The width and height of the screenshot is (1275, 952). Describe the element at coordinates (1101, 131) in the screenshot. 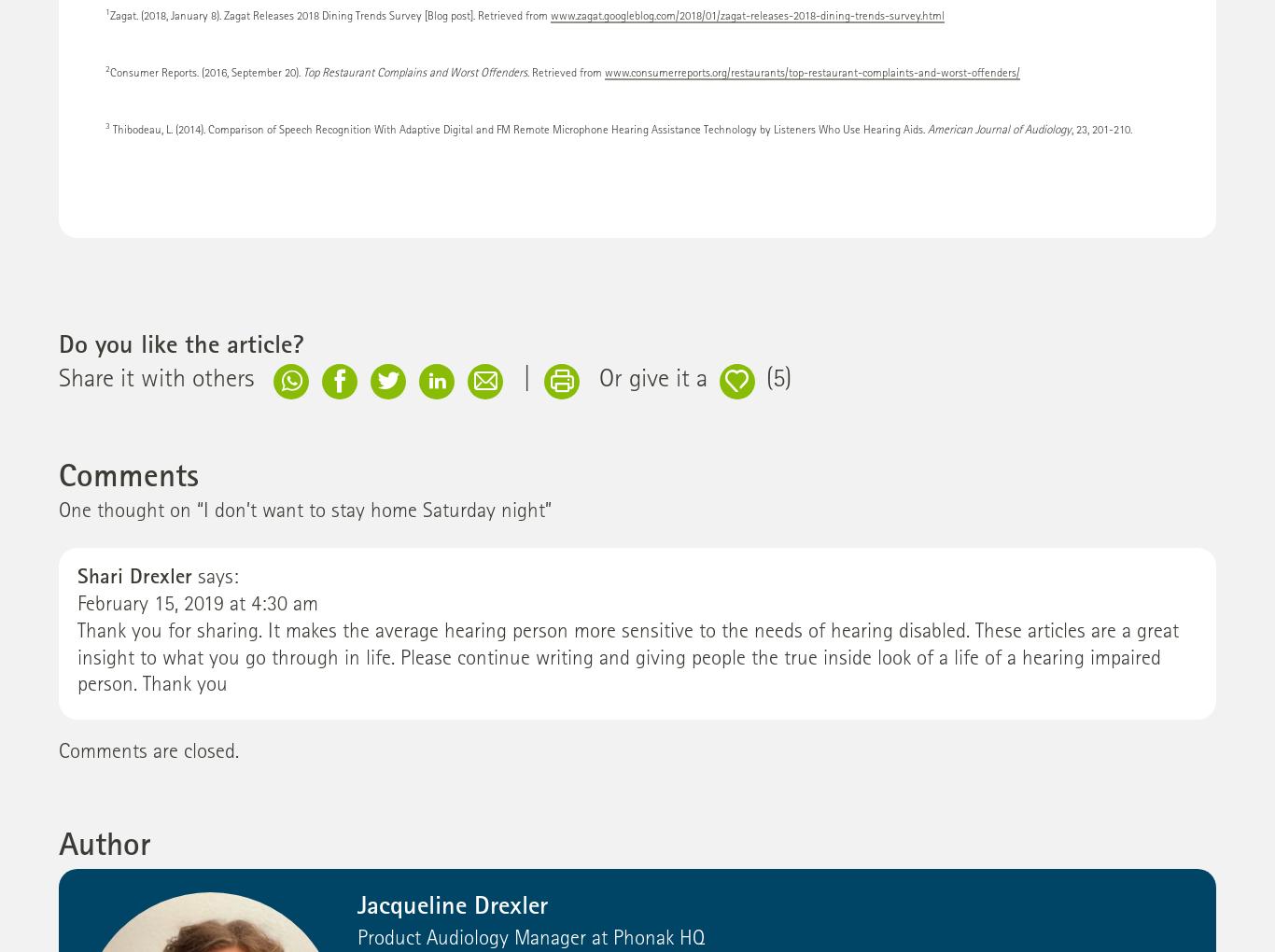

I see `', 23, 201-210.'` at that location.